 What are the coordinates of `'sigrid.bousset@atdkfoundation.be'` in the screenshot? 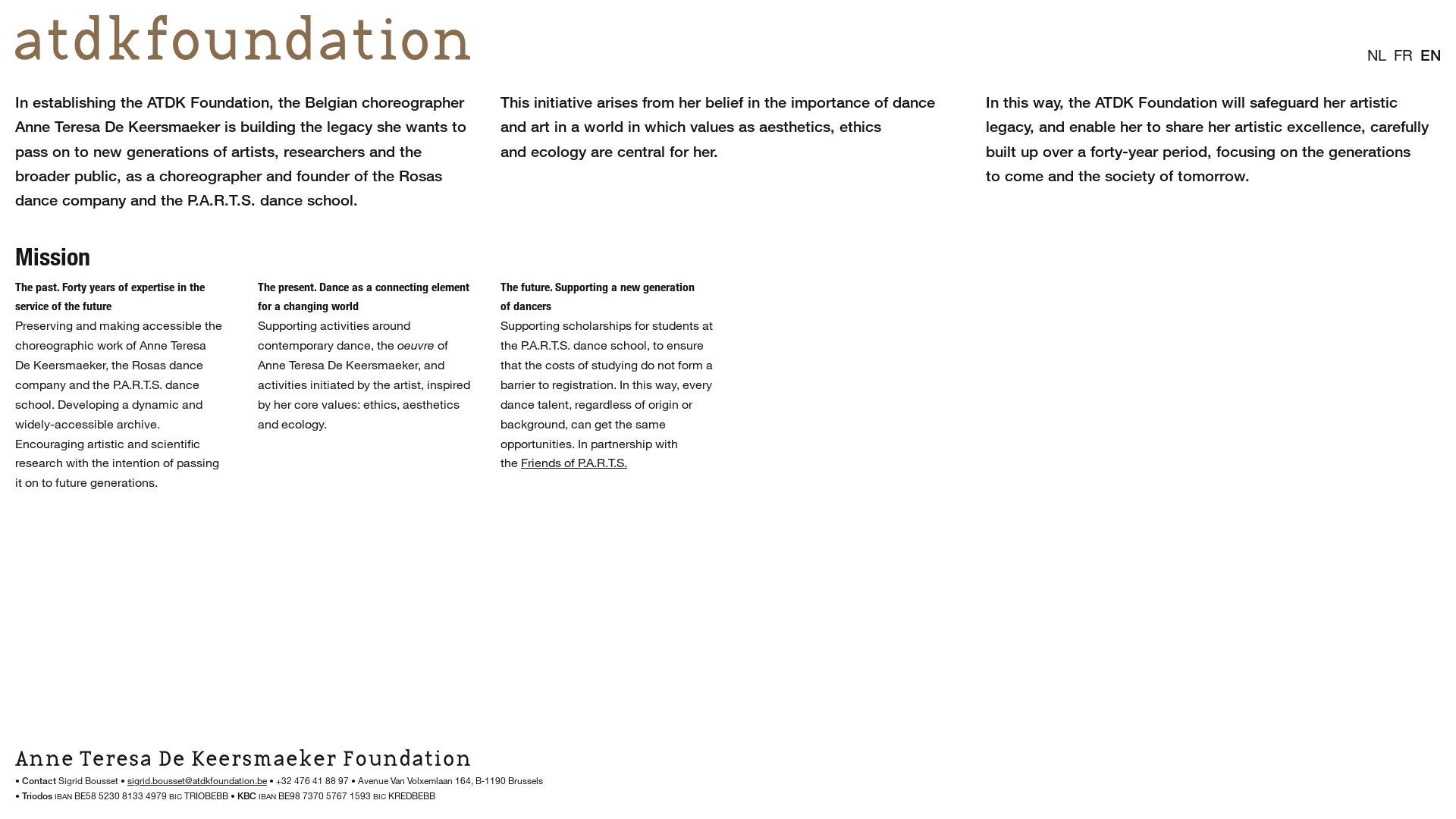 It's located at (196, 780).